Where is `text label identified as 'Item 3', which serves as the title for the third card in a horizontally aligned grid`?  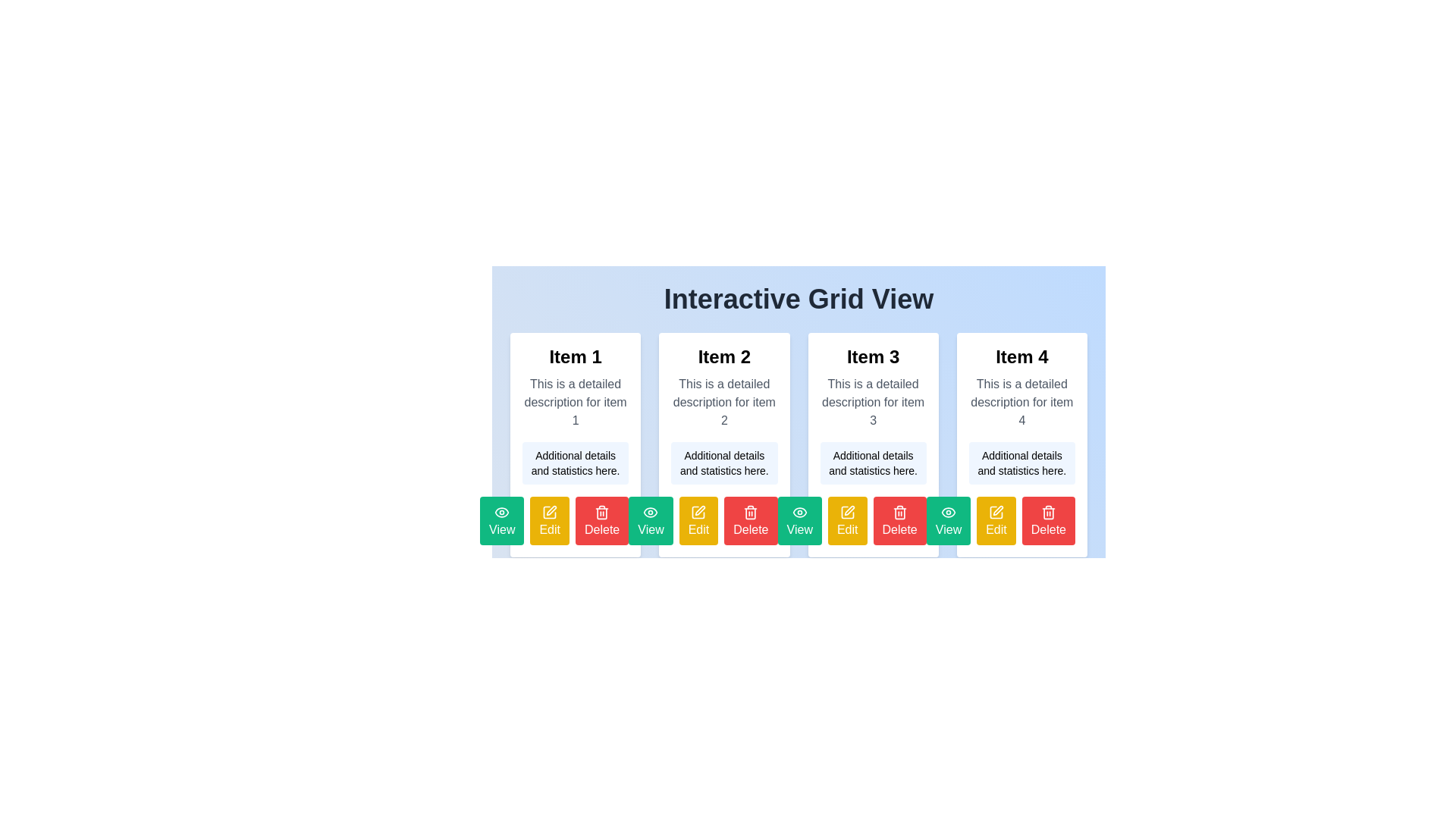
text label identified as 'Item 3', which serves as the title for the third card in a horizontally aligned grid is located at coordinates (873, 356).